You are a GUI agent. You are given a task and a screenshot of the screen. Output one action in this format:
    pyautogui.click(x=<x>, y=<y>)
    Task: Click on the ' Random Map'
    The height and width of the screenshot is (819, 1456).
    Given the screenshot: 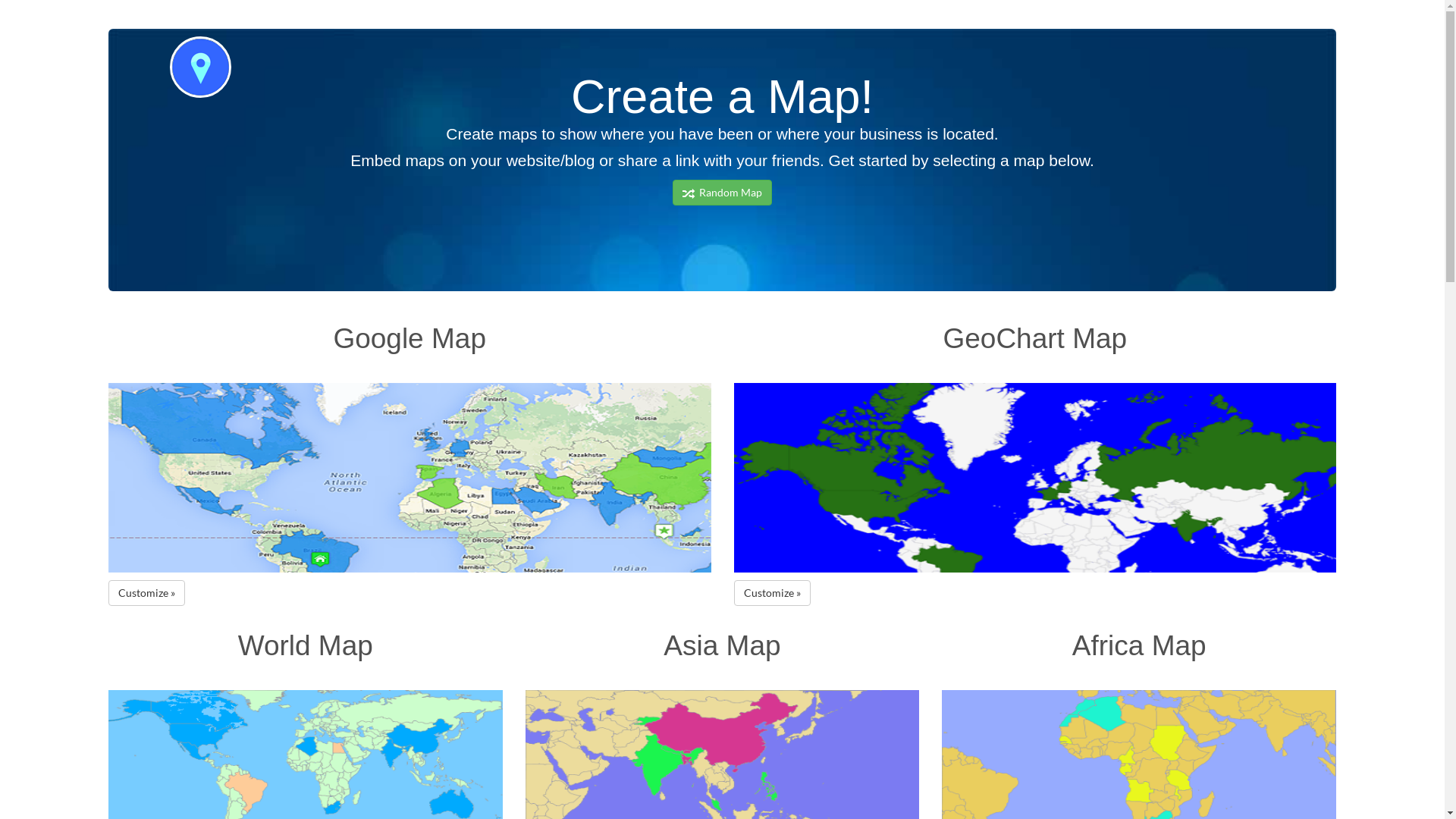 What is the action you would take?
    pyautogui.click(x=721, y=192)
    